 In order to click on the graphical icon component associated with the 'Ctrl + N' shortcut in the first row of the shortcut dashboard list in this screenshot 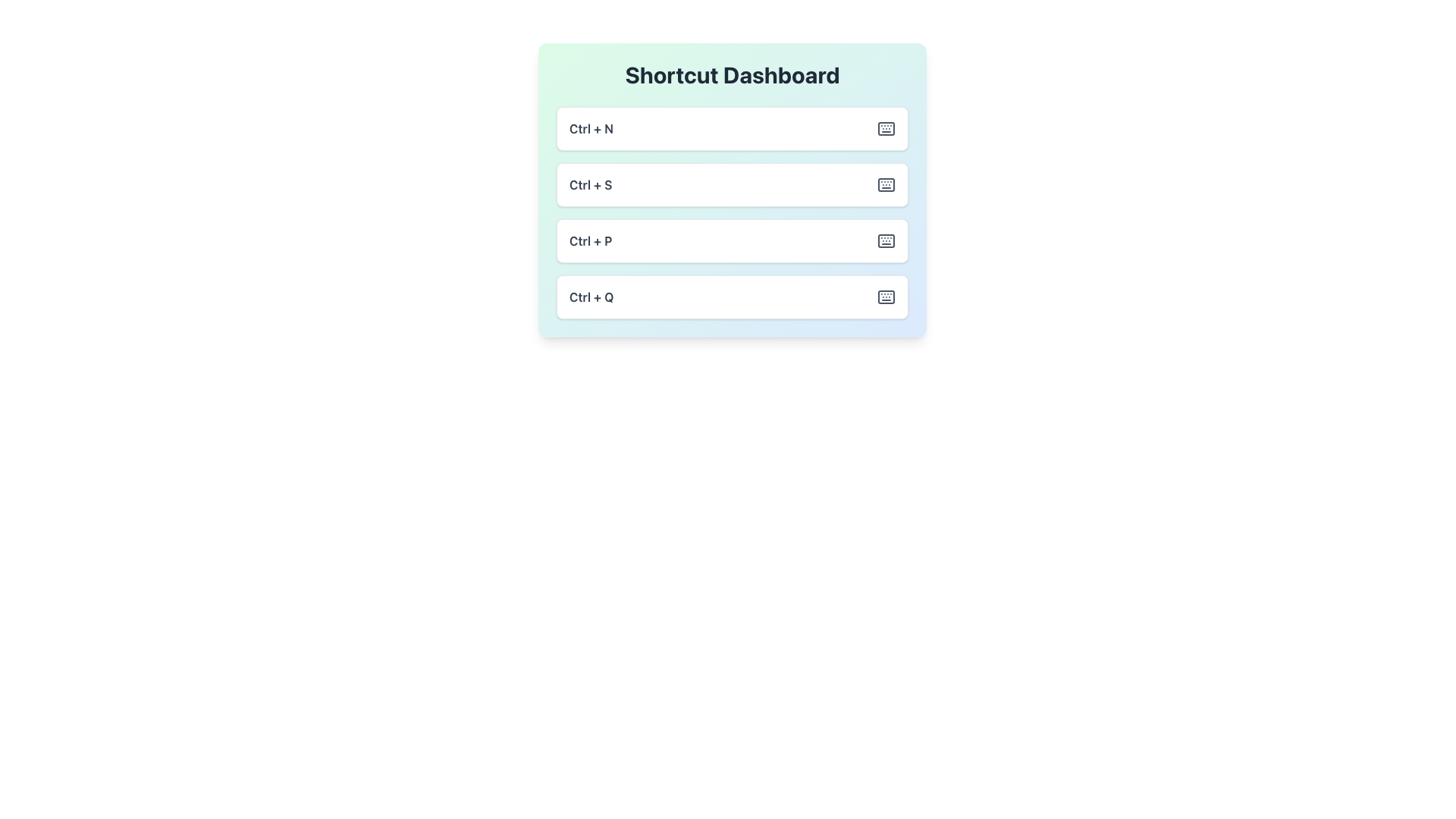, I will do `click(886, 127)`.